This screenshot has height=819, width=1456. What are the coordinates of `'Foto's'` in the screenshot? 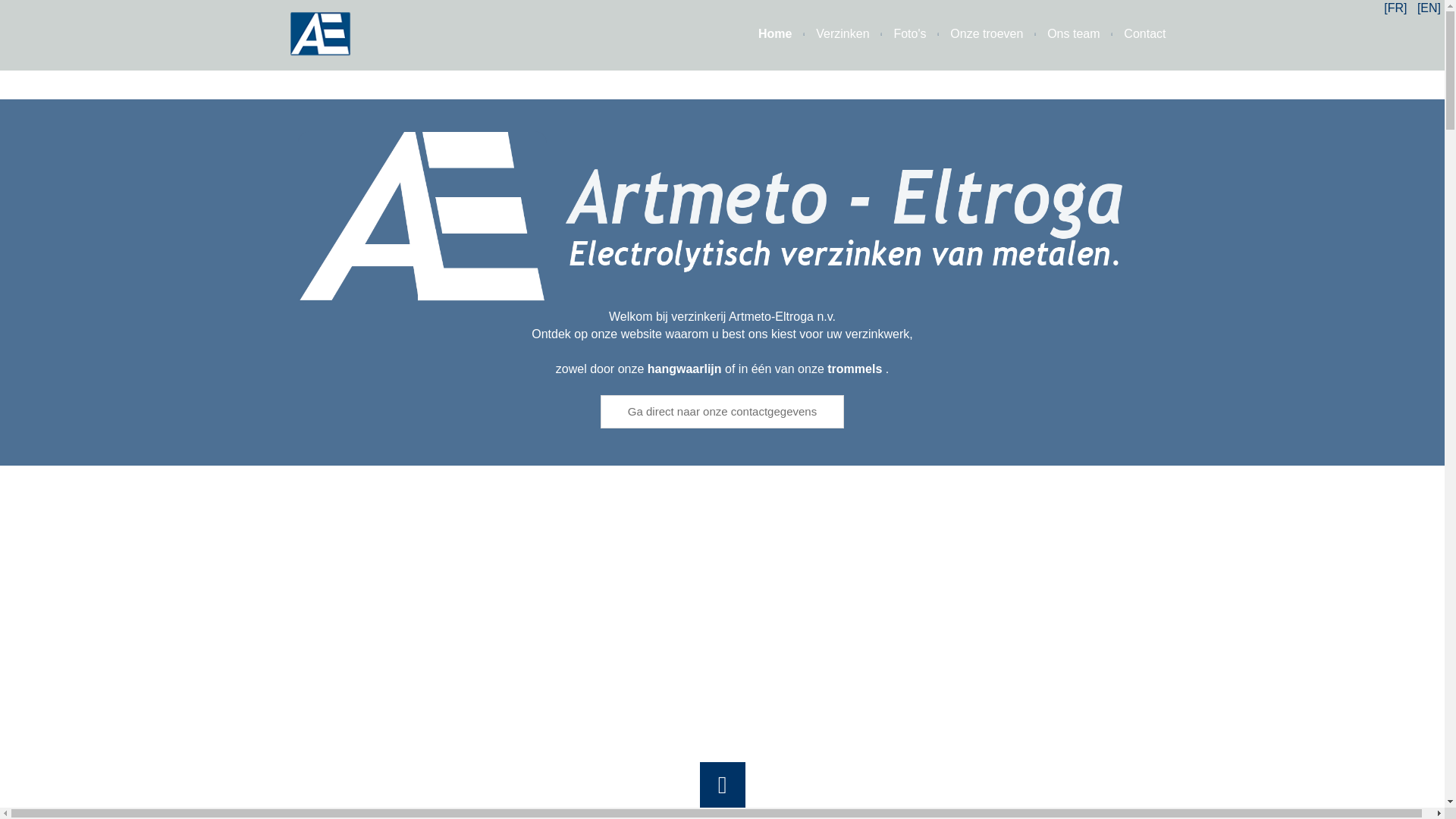 It's located at (898, 34).